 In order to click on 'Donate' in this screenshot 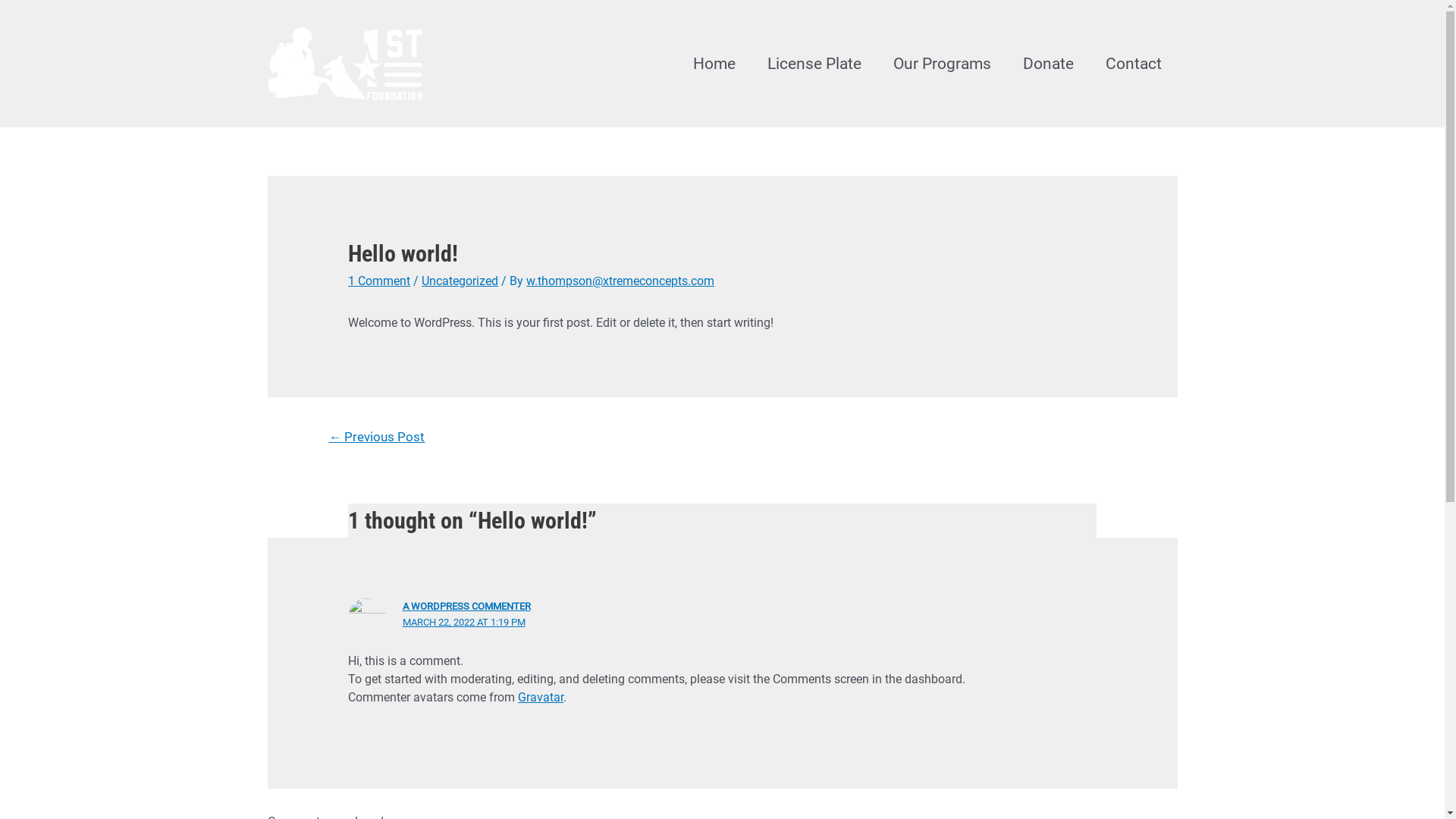, I will do `click(1047, 63)`.